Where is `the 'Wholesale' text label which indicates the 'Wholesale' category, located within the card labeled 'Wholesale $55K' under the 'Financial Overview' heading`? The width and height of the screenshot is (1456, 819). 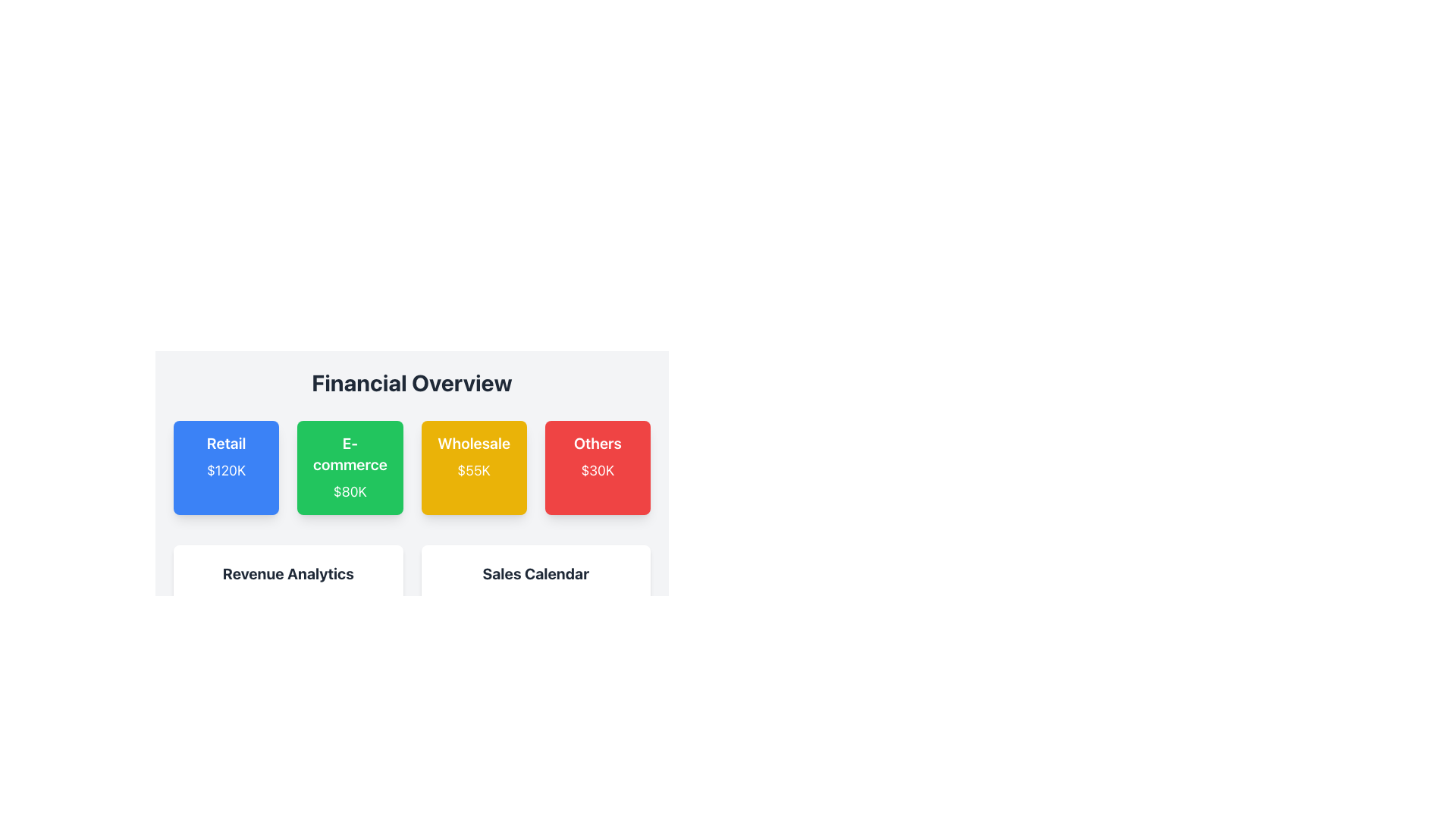
the 'Wholesale' text label which indicates the 'Wholesale' category, located within the card labeled 'Wholesale $55K' under the 'Financial Overview' heading is located at coordinates (473, 444).